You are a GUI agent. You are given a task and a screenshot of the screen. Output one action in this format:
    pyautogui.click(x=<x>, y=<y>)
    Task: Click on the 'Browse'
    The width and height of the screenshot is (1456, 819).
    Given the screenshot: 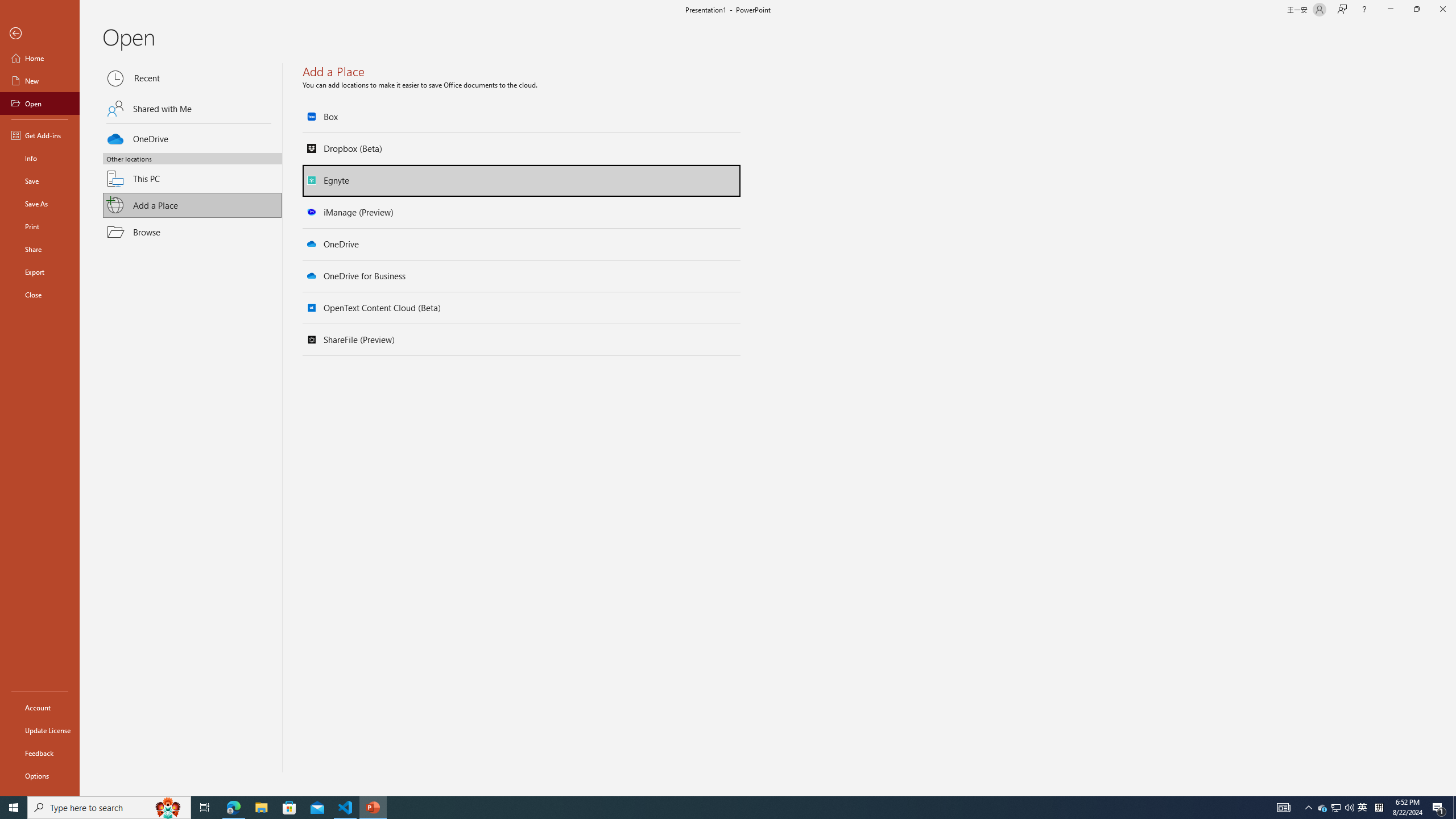 What is the action you would take?
    pyautogui.click(x=192, y=231)
    